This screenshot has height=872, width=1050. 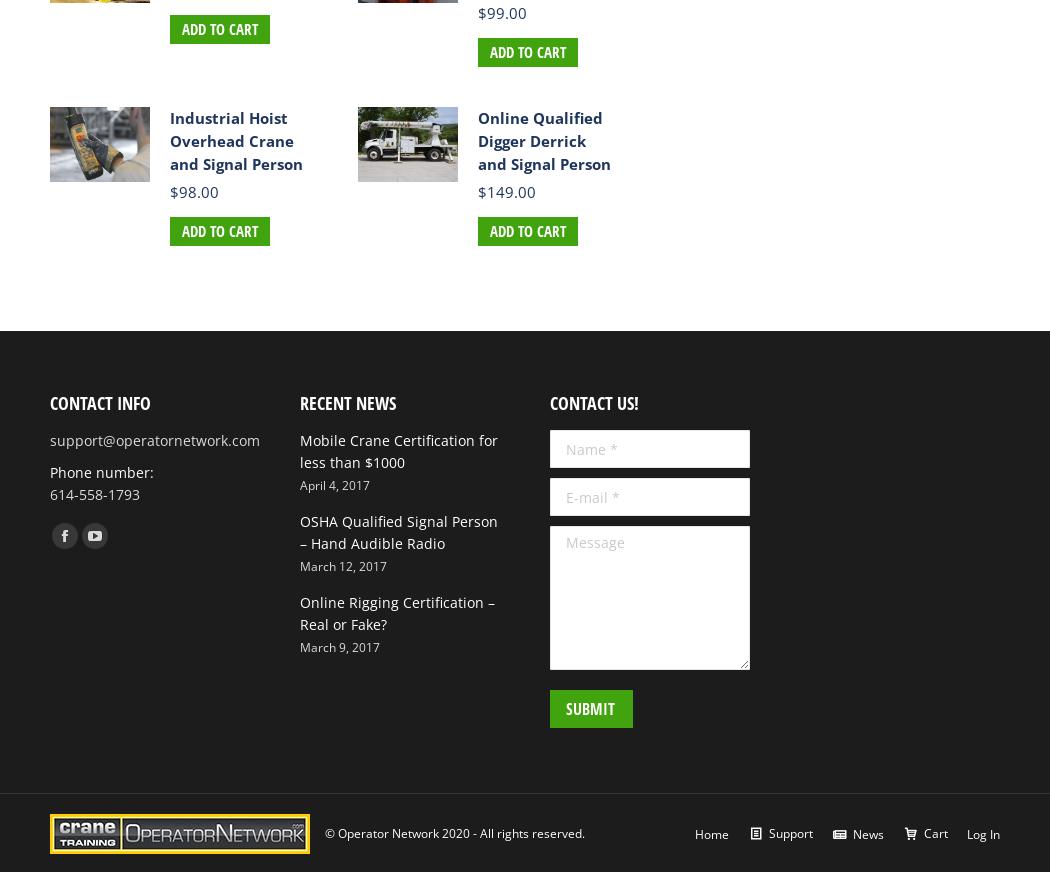 What do you see at coordinates (101, 471) in the screenshot?
I see `'Phone number:'` at bounding box center [101, 471].